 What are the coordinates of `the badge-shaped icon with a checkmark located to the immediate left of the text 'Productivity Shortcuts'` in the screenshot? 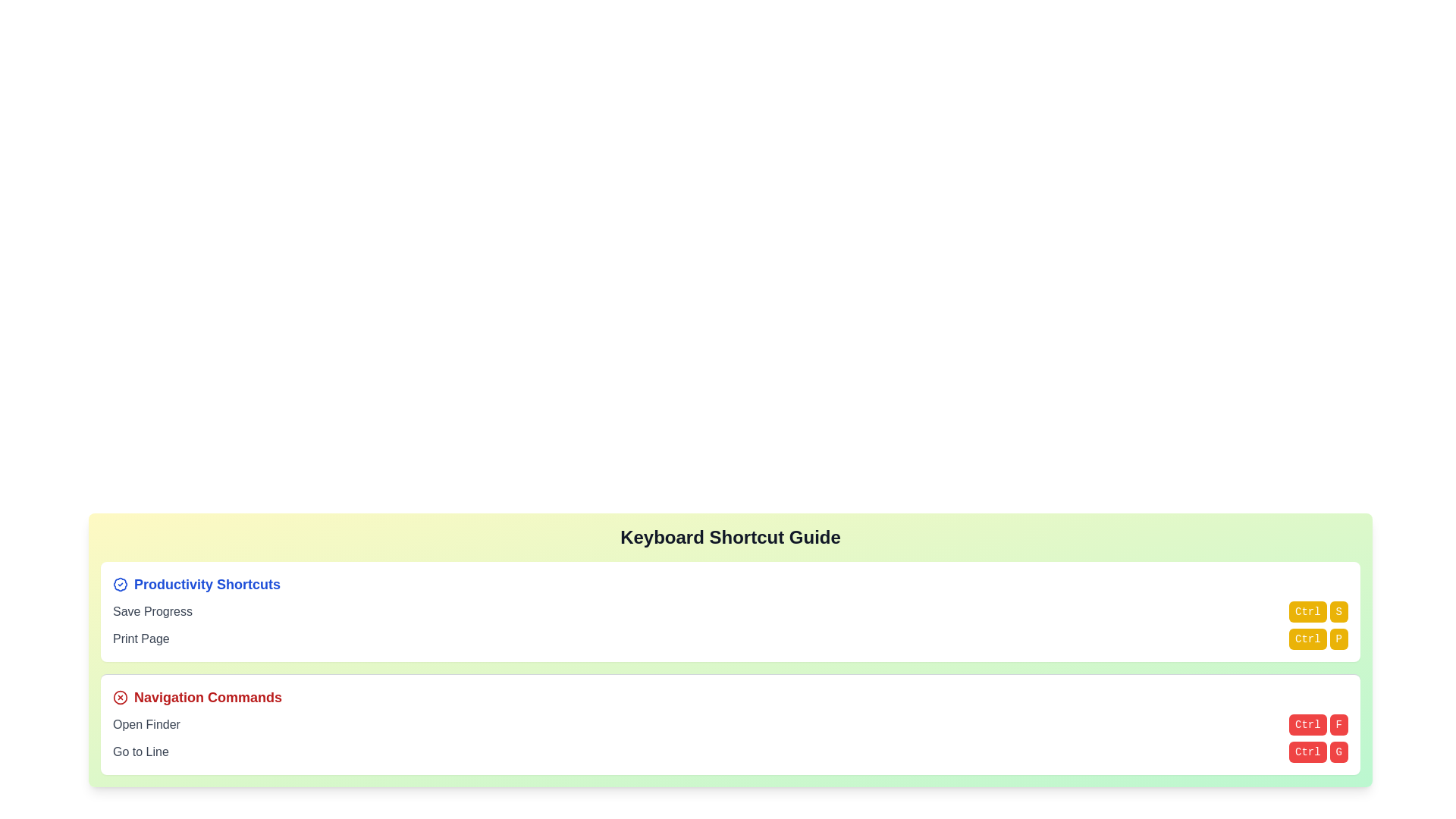 It's located at (119, 584).